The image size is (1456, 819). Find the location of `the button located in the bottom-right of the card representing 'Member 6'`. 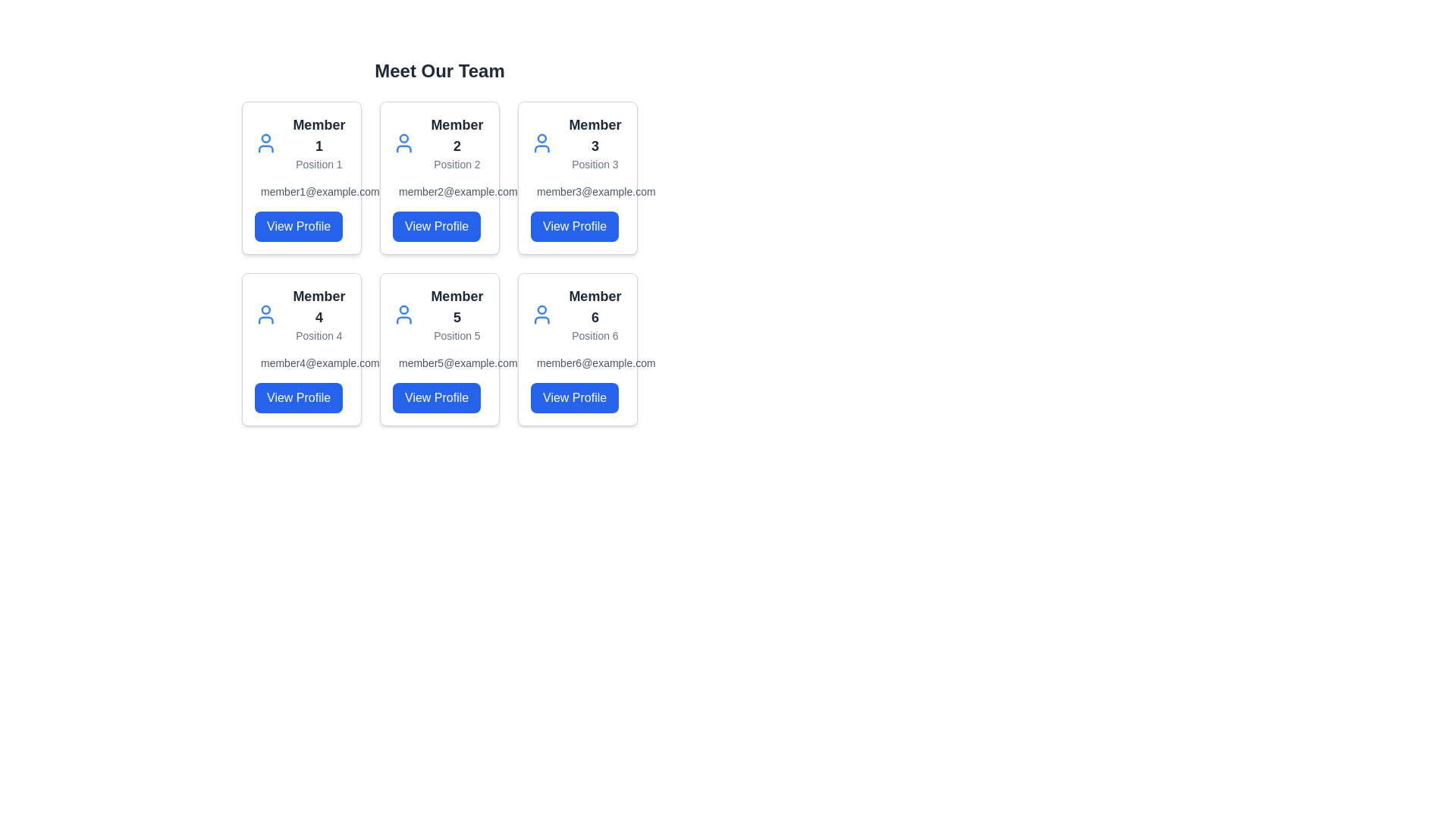

the button located in the bottom-right of the card representing 'Member 6' is located at coordinates (574, 397).